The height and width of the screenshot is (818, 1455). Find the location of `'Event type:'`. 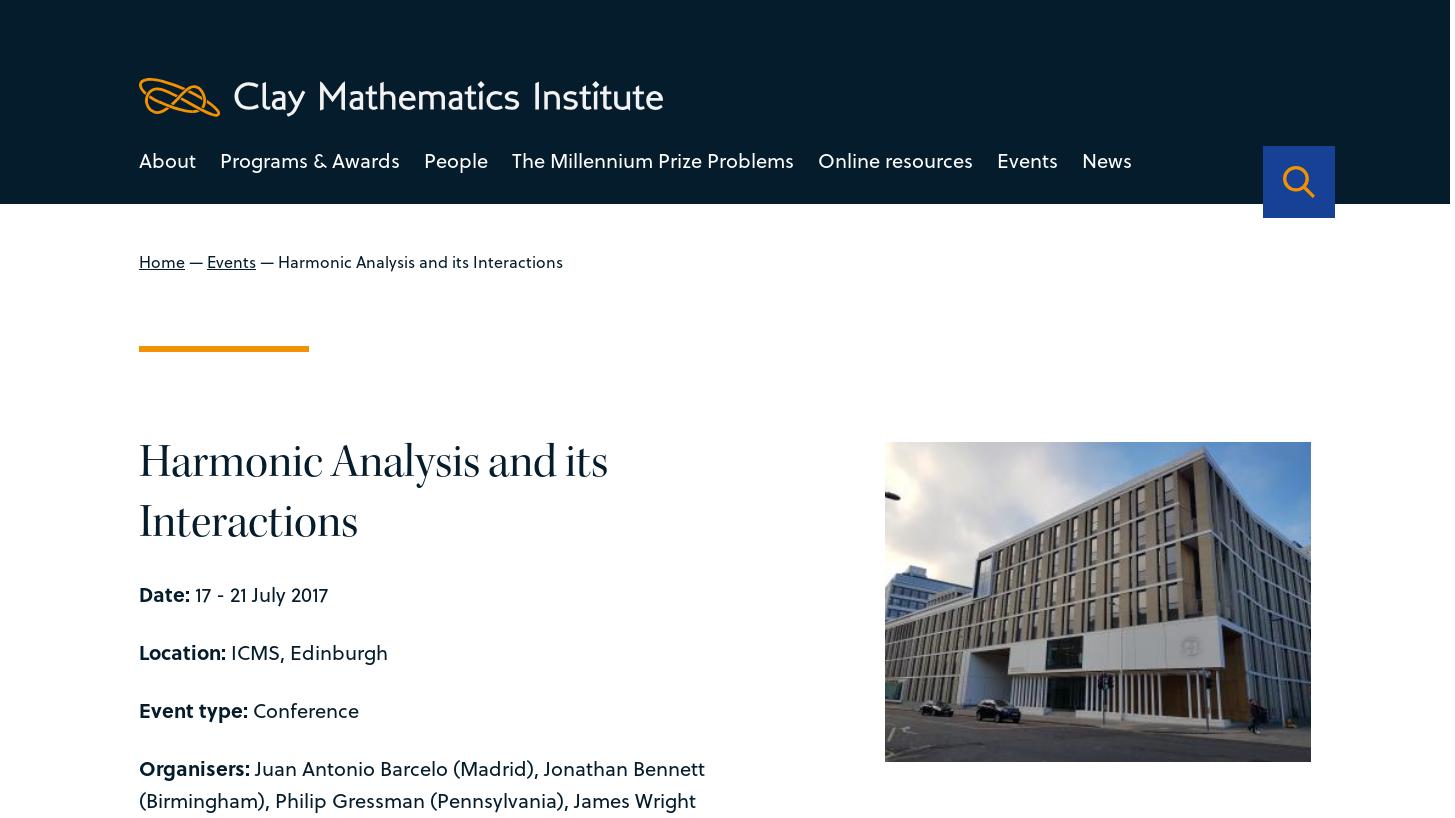

'Event type:' is located at coordinates (193, 707).